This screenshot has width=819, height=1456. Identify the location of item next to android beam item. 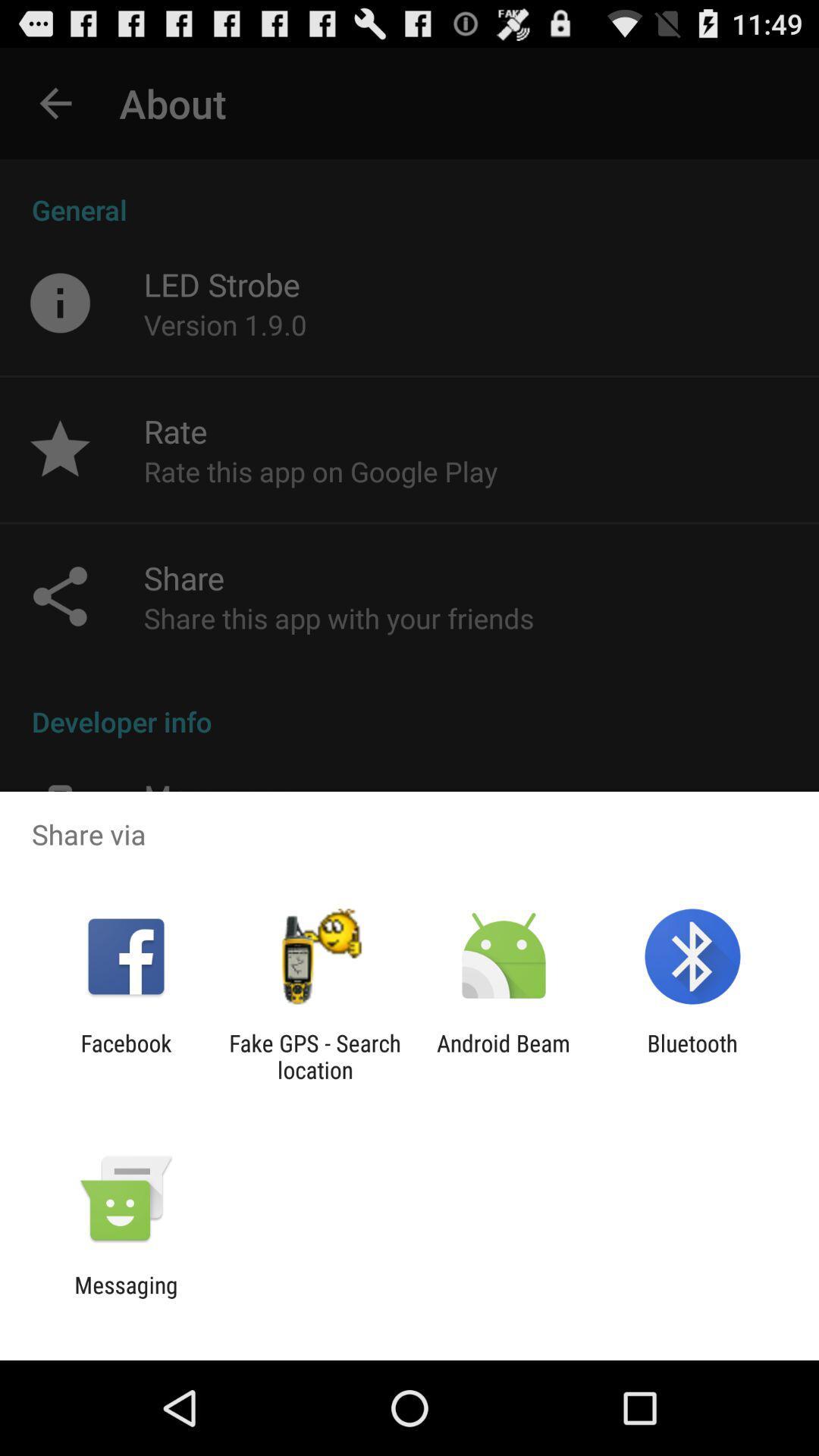
(314, 1056).